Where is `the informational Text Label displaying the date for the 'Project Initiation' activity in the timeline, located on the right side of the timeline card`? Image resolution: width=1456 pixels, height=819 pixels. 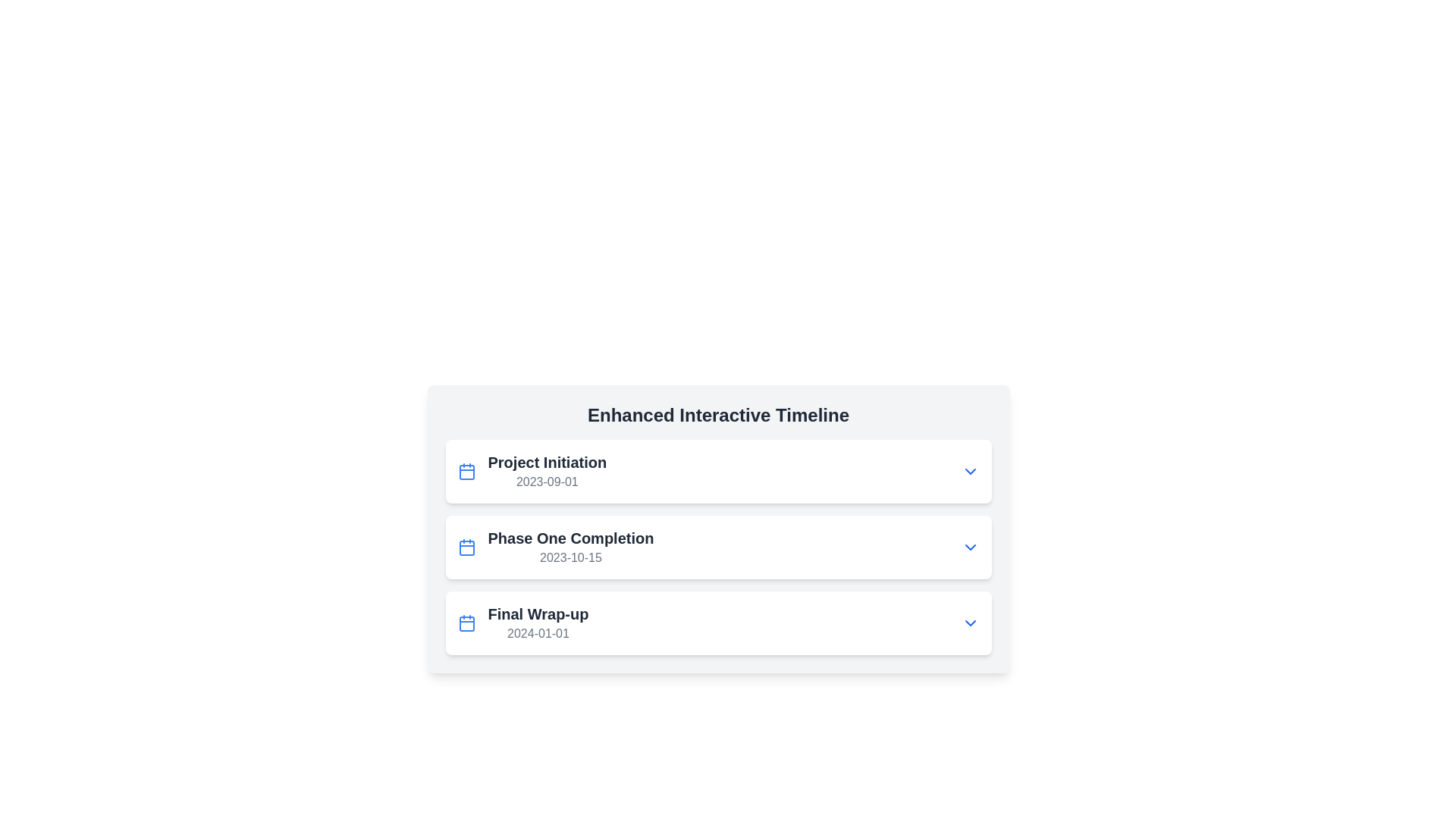
the informational Text Label displaying the date for the 'Project Initiation' activity in the timeline, located on the right side of the timeline card is located at coordinates (546, 482).